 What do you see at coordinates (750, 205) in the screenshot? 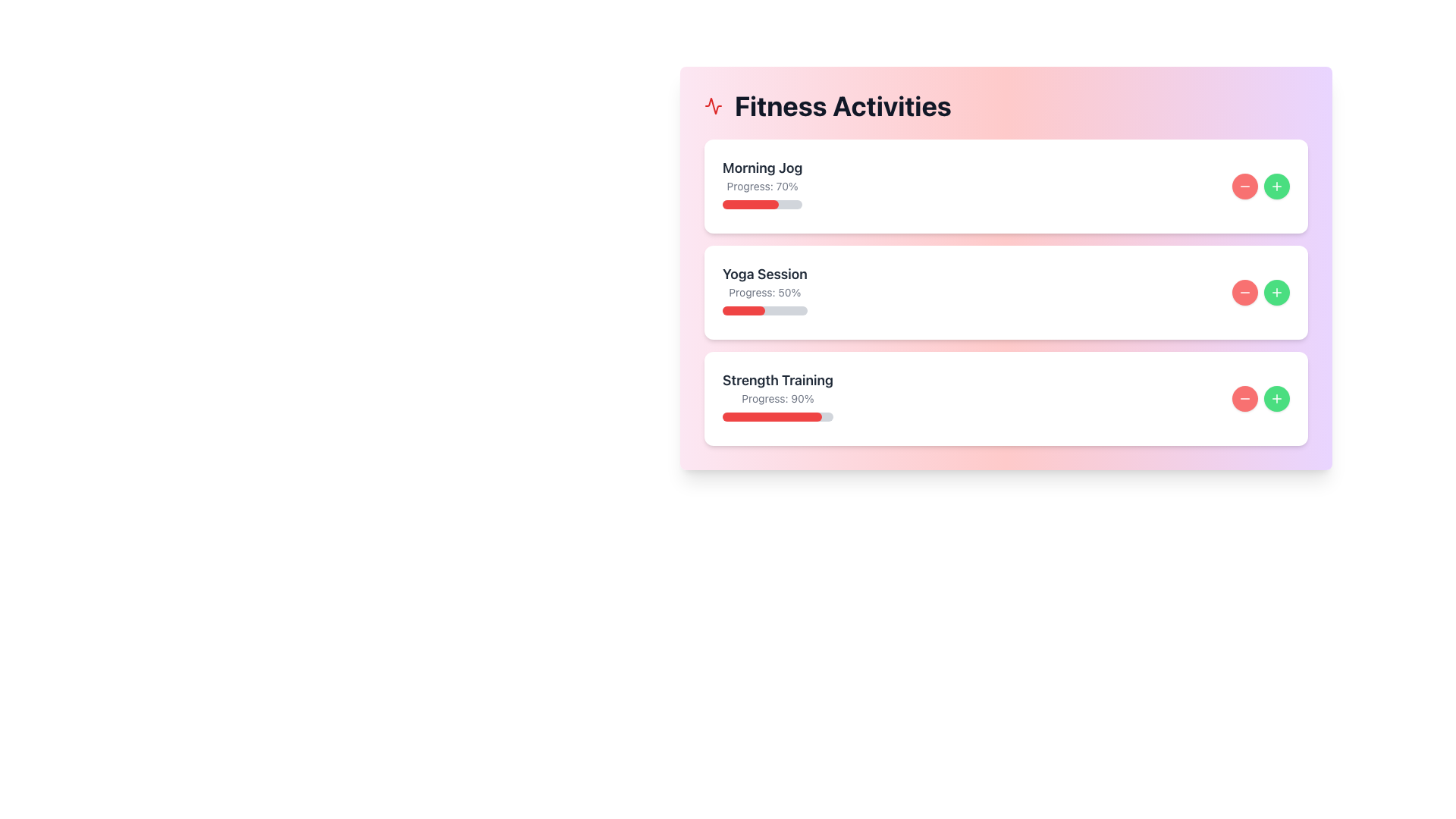
I see `the Progress Bar Segment representing the current progress of the 'Morning Jog' activity in the 'Fitness Activities' section` at bounding box center [750, 205].